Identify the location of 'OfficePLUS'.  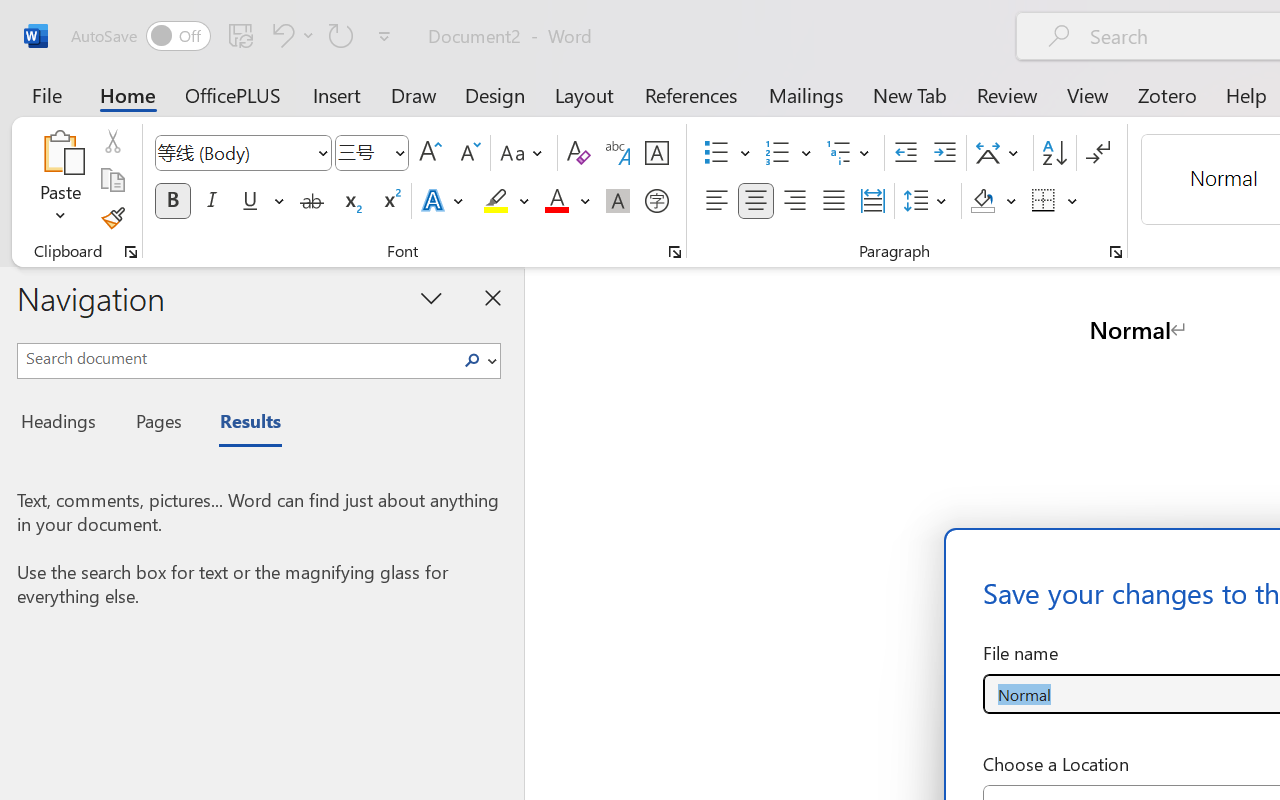
(233, 94).